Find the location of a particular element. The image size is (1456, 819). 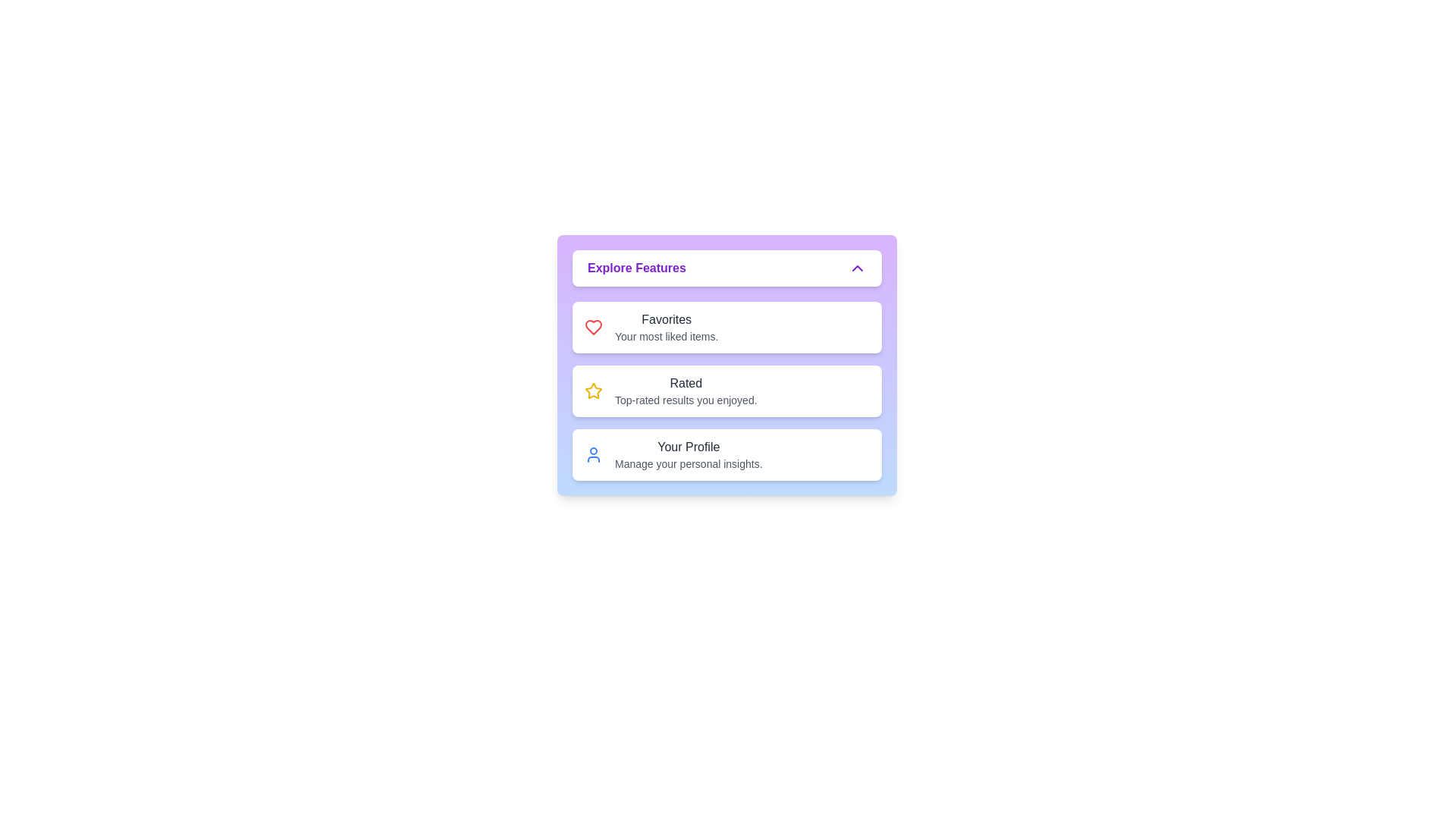

the text label displaying 'Your most liked items.' which is positioned directly below the 'Favorites' label in the top card of the feature menu list is located at coordinates (667, 335).